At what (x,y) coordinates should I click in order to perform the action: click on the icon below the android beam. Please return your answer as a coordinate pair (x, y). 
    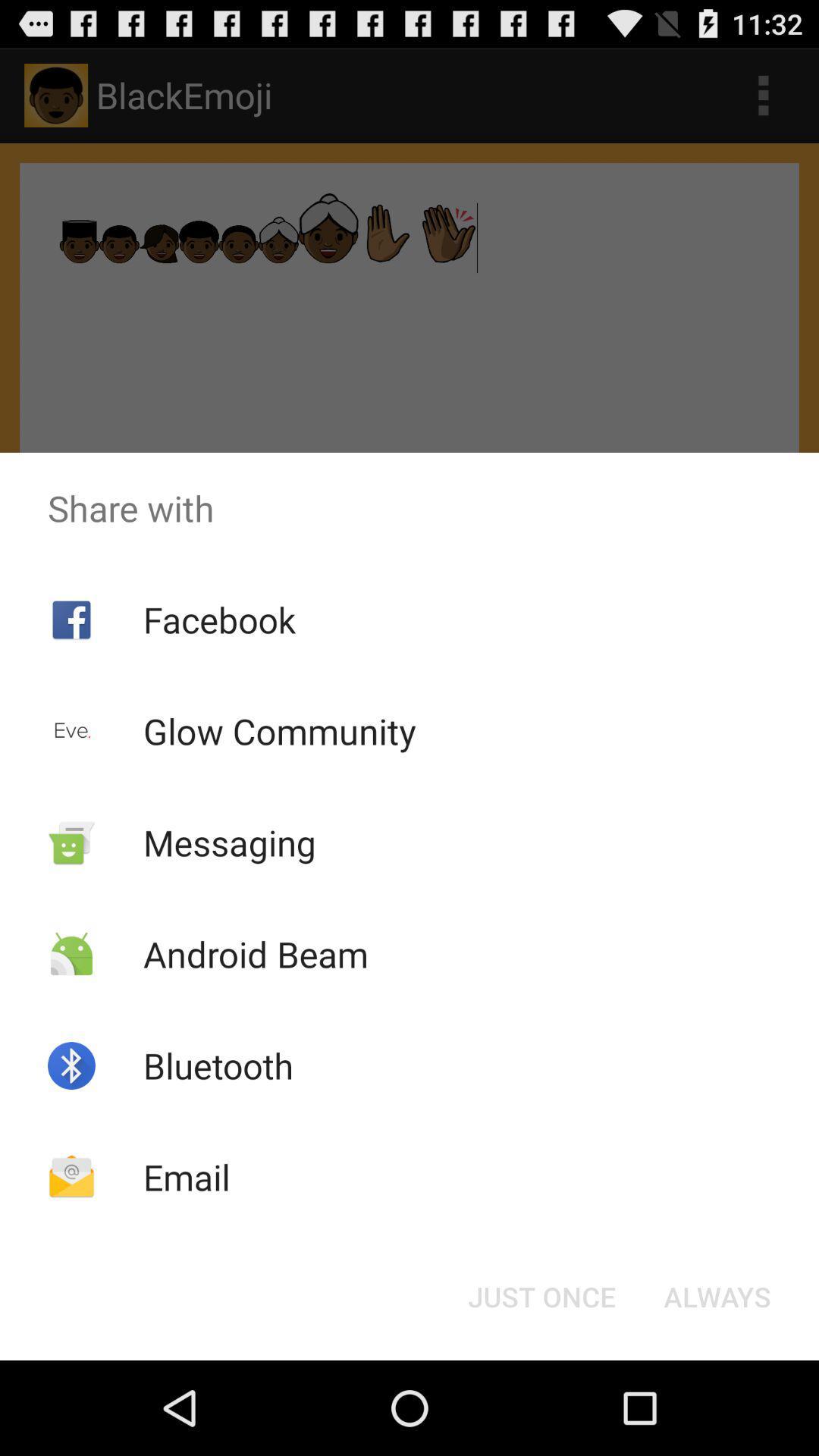
    Looking at the image, I should click on (218, 1065).